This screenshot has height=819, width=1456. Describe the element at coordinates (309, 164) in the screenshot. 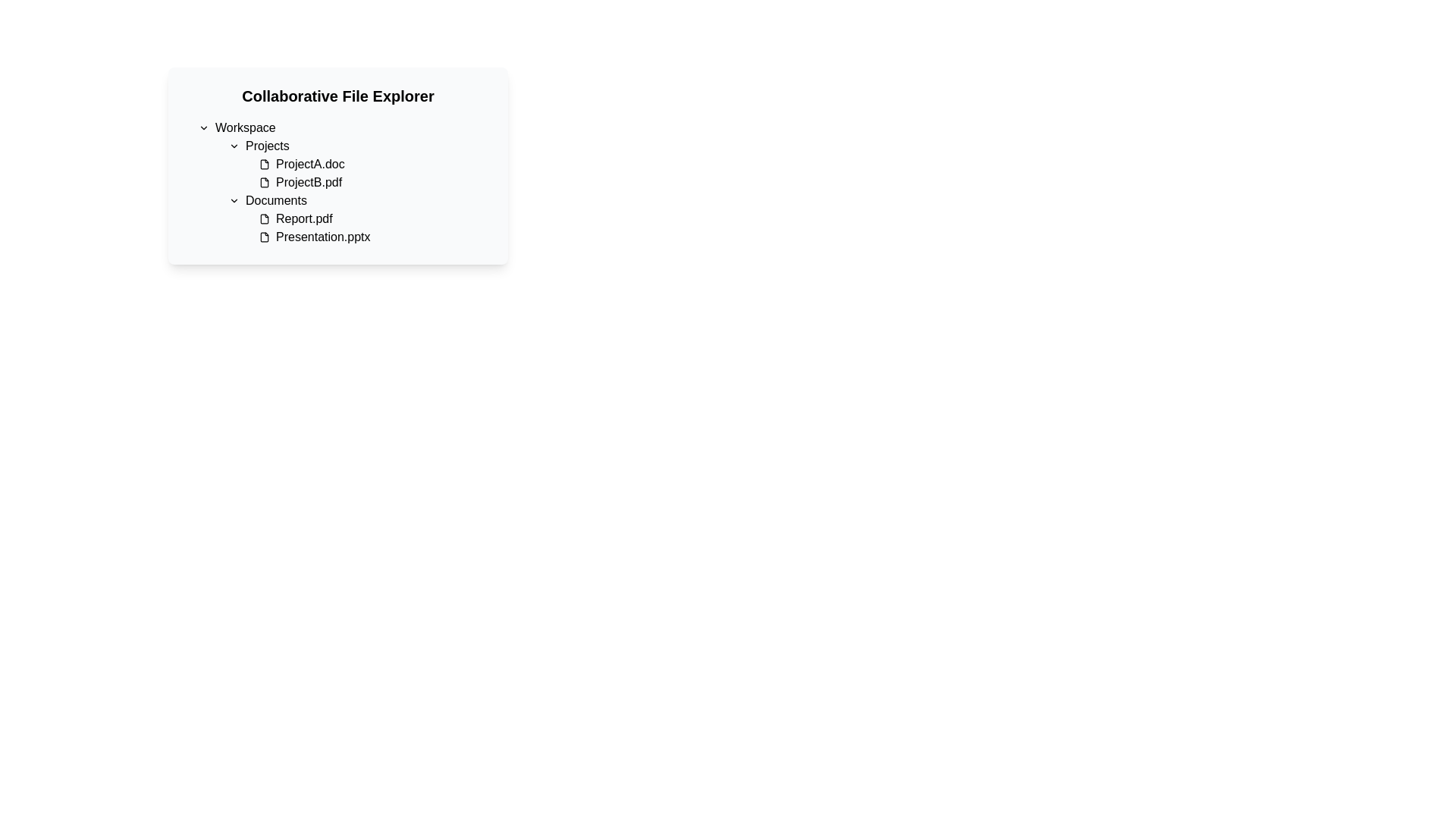

I see `the 'ProjectA.doc' text label located` at that location.